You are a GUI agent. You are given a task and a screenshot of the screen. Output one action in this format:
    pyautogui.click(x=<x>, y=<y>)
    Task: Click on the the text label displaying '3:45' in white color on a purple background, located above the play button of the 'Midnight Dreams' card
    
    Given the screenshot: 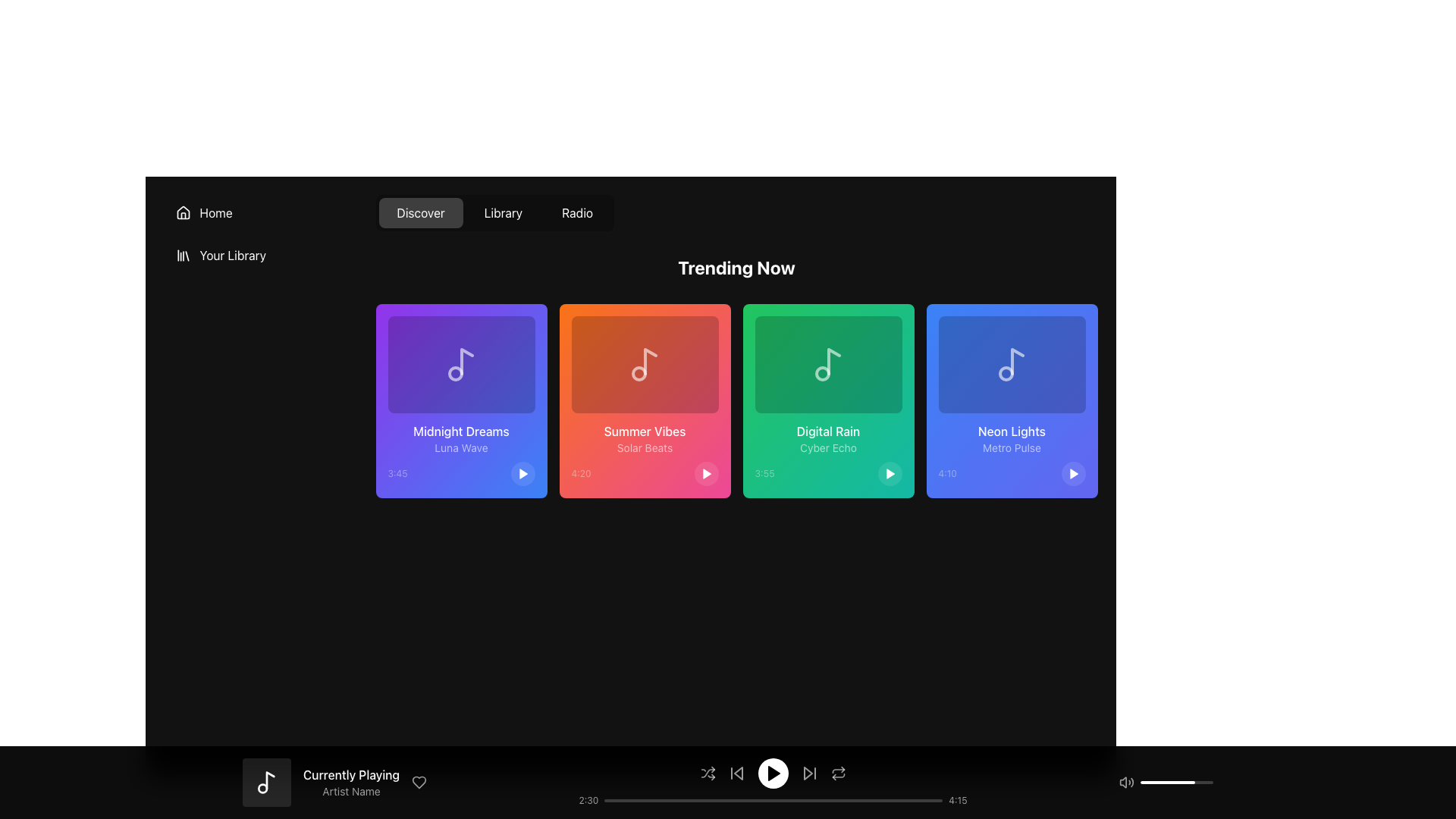 What is the action you would take?
    pyautogui.click(x=397, y=472)
    